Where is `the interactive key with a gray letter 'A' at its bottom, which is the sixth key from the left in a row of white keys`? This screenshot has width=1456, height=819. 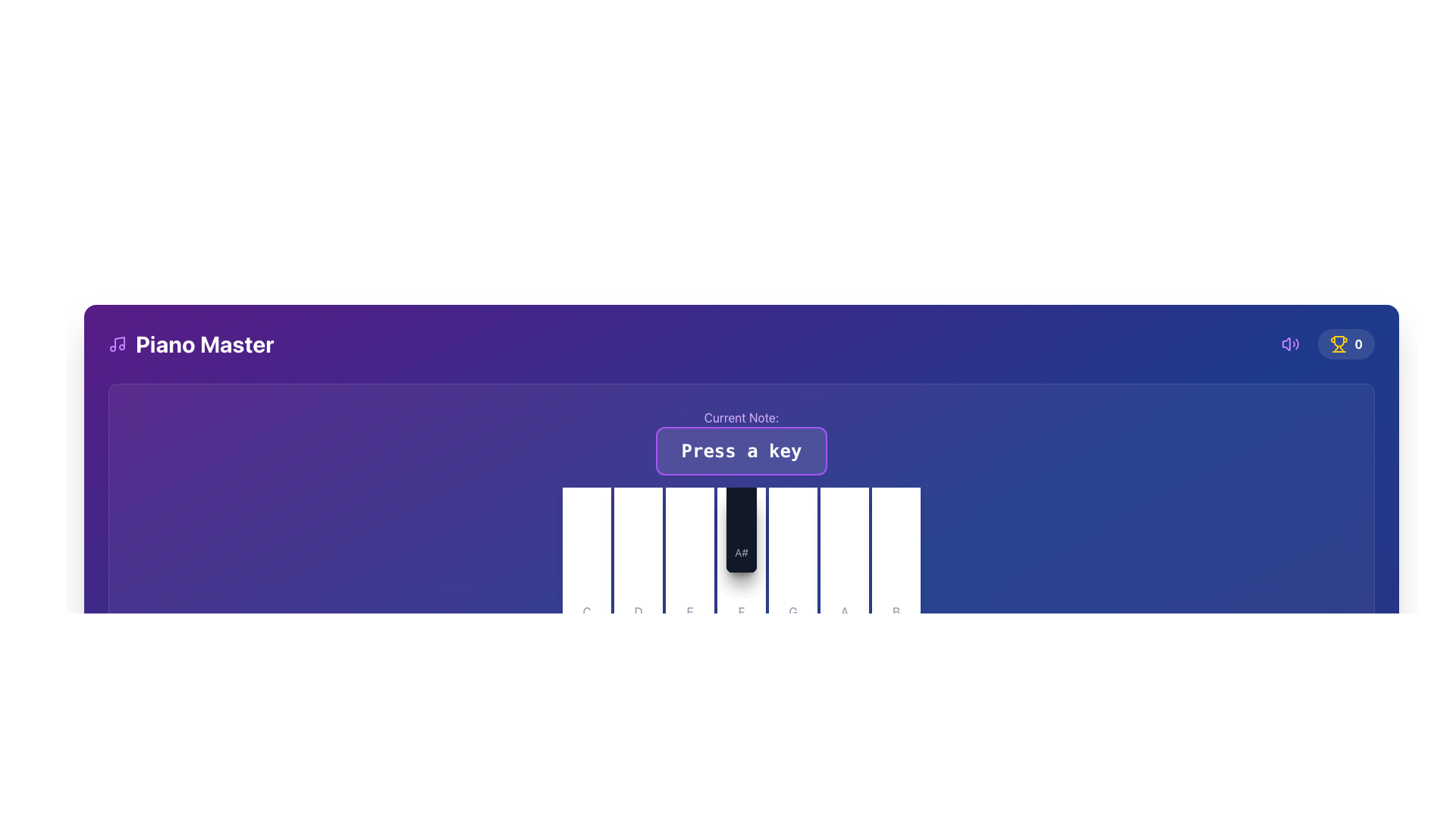
the interactive key with a gray letter 'A' at its bottom, which is the sixth key from the left in a row of white keys is located at coordinates (843, 560).